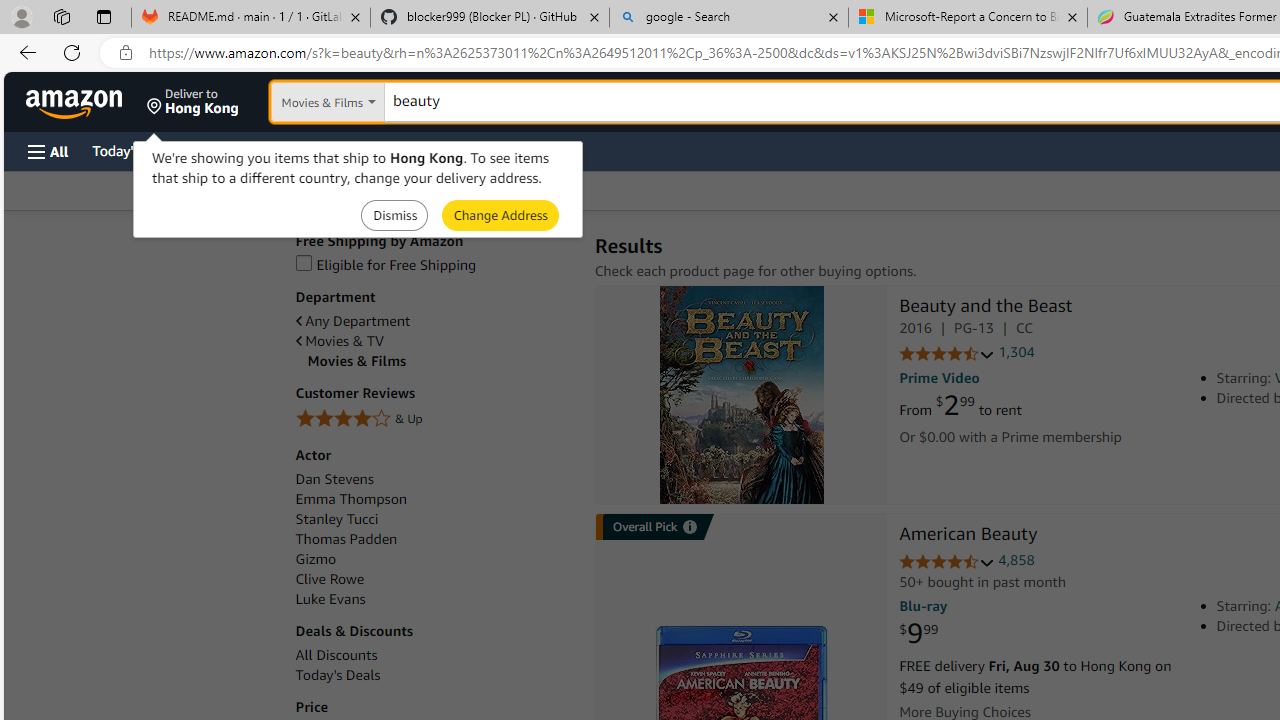 This screenshot has height=720, width=1280. What do you see at coordinates (371, 102) in the screenshot?
I see `'Search in'` at bounding box center [371, 102].